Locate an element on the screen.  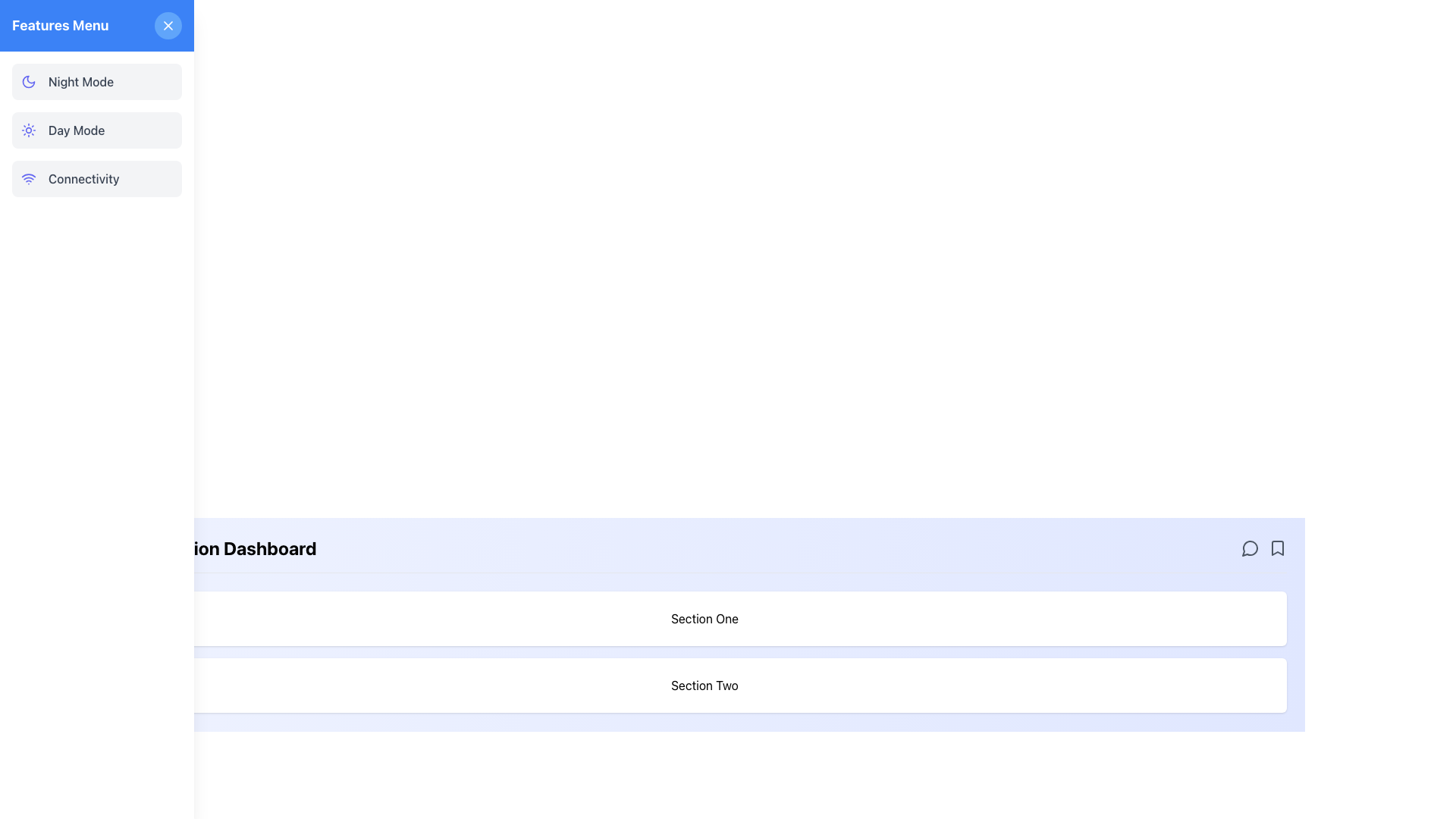
the 'Connectivity' button, which is the third item in the vertical menu list, featuring a Wi-Fi icon and bold medium grey text is located at coordinates (96, 177).